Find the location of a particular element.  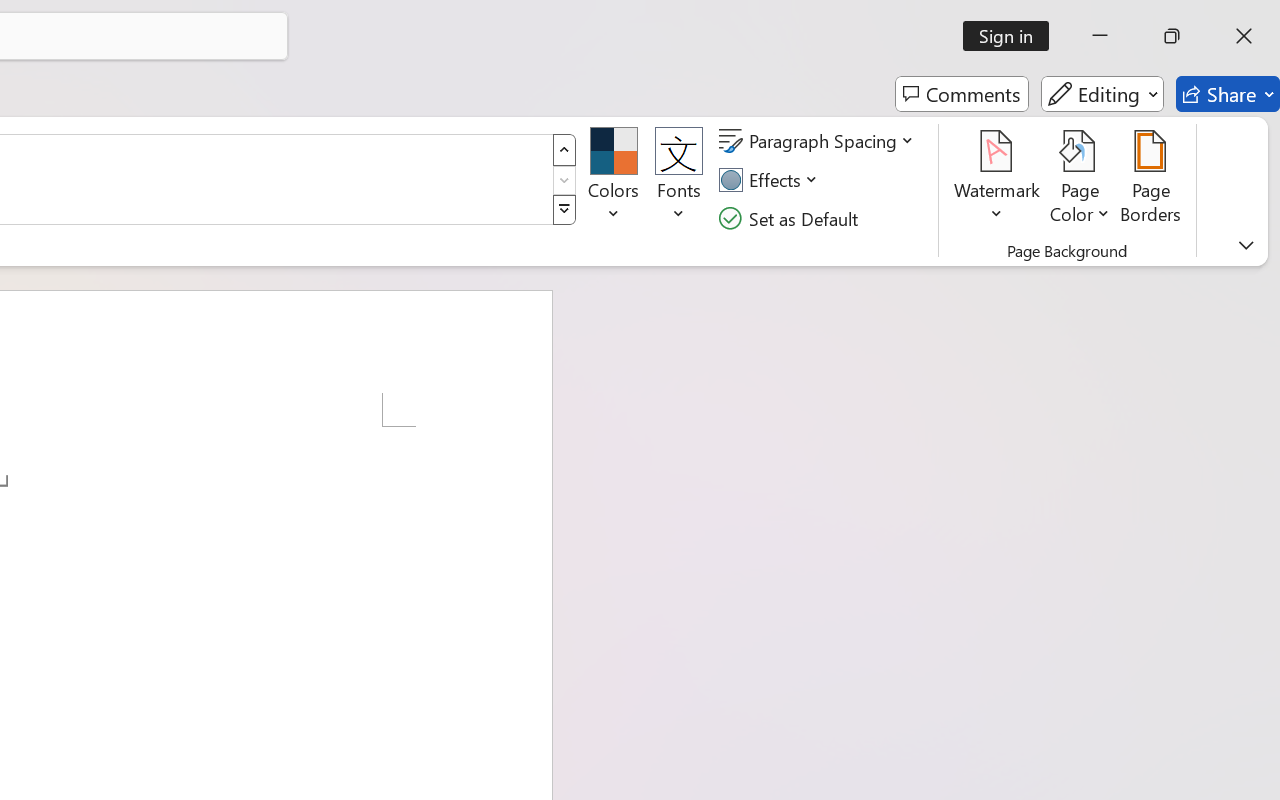

'Set as Default' is located at coordinates (790, 218).